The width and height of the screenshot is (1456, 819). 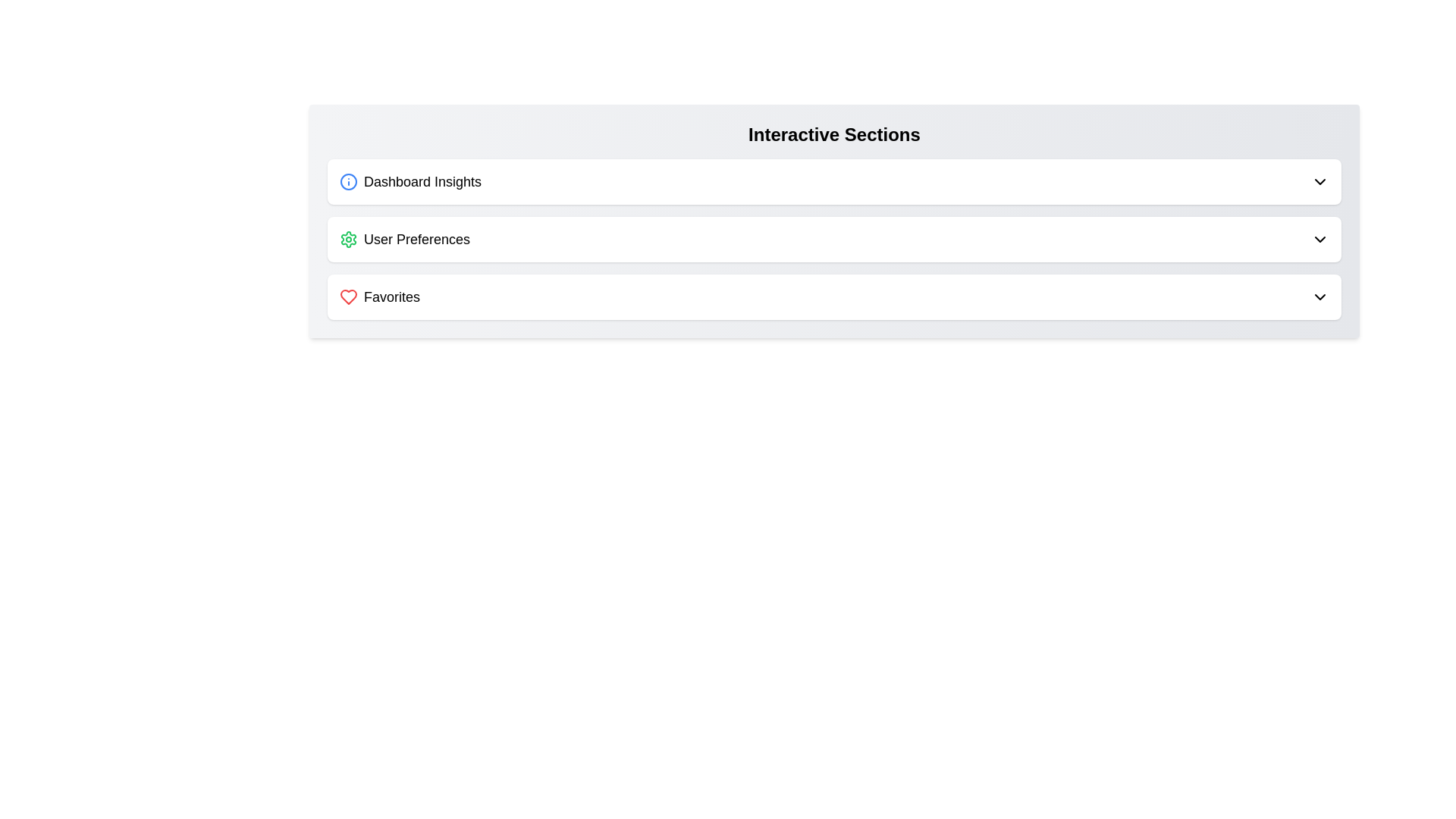 I want to click on the Dropdown Toggle Icon located at the rightmost position of the header row in 'Dashboard Insights', so click(x=1319, y=180).